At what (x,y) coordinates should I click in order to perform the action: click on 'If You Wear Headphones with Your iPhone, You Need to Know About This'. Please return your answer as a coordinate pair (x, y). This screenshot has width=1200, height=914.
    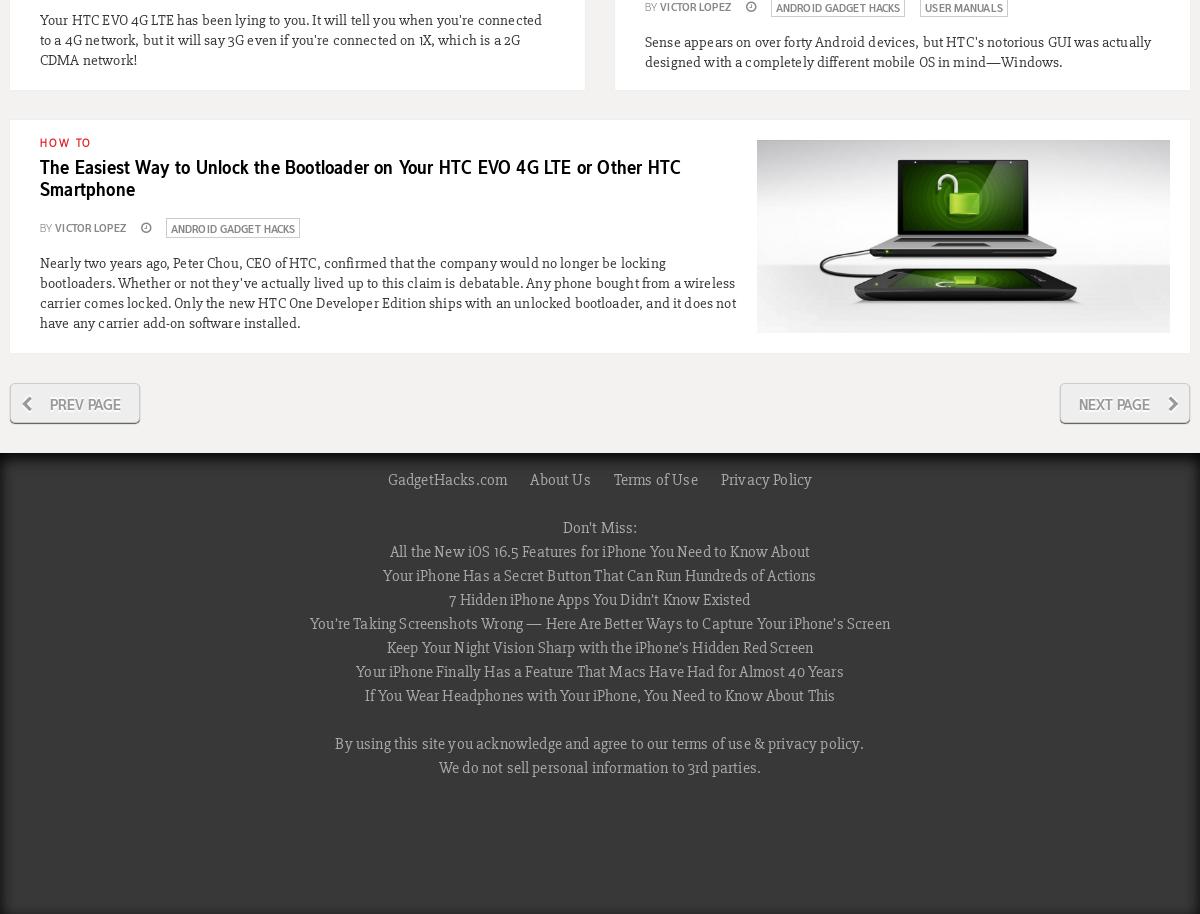
    Looking at the image, I should click on (598, 695).